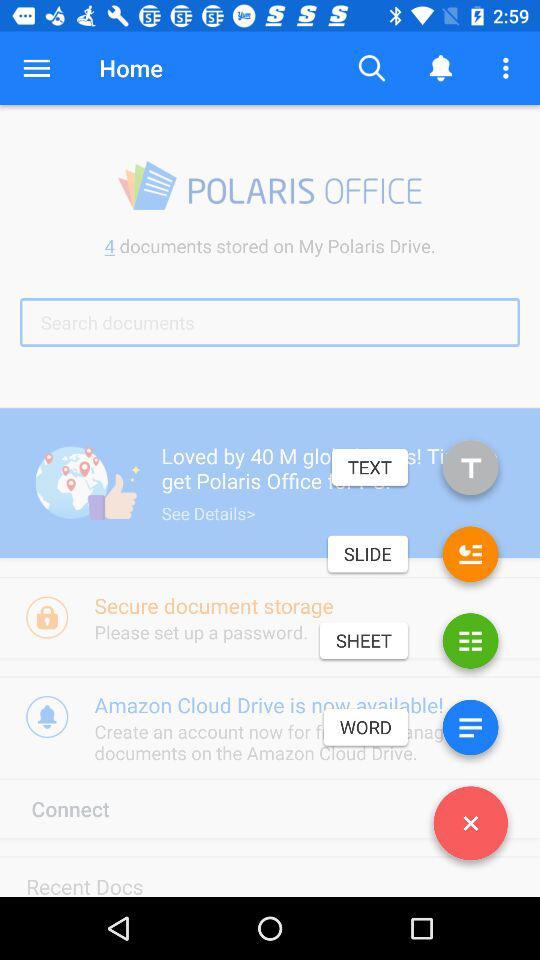 The image size is (540, 960). I want to click on the button next to the home button, so click(36, 68).